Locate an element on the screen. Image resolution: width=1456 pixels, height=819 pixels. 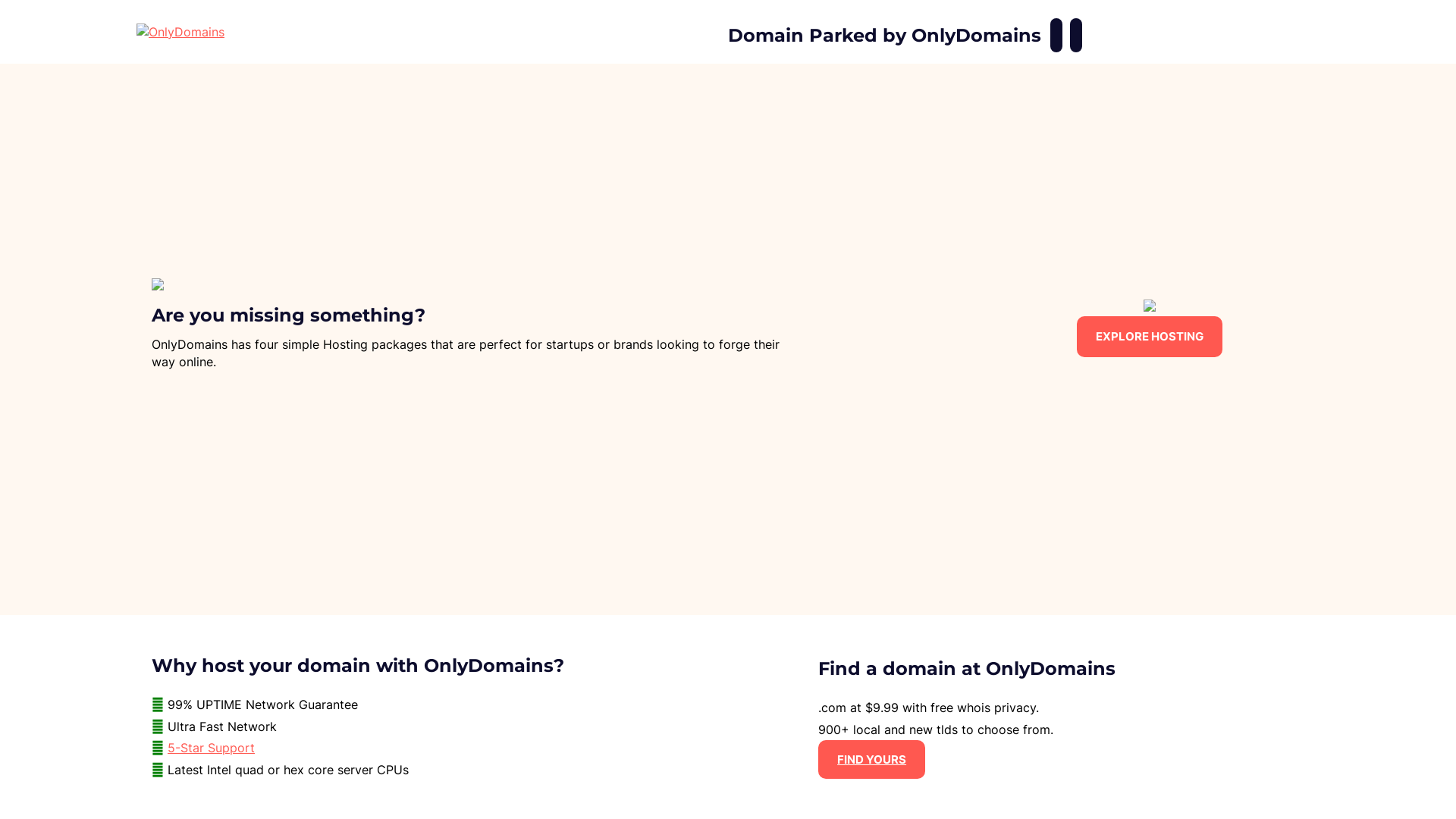
'5-Star Support' is located at coordinates (167, 747).